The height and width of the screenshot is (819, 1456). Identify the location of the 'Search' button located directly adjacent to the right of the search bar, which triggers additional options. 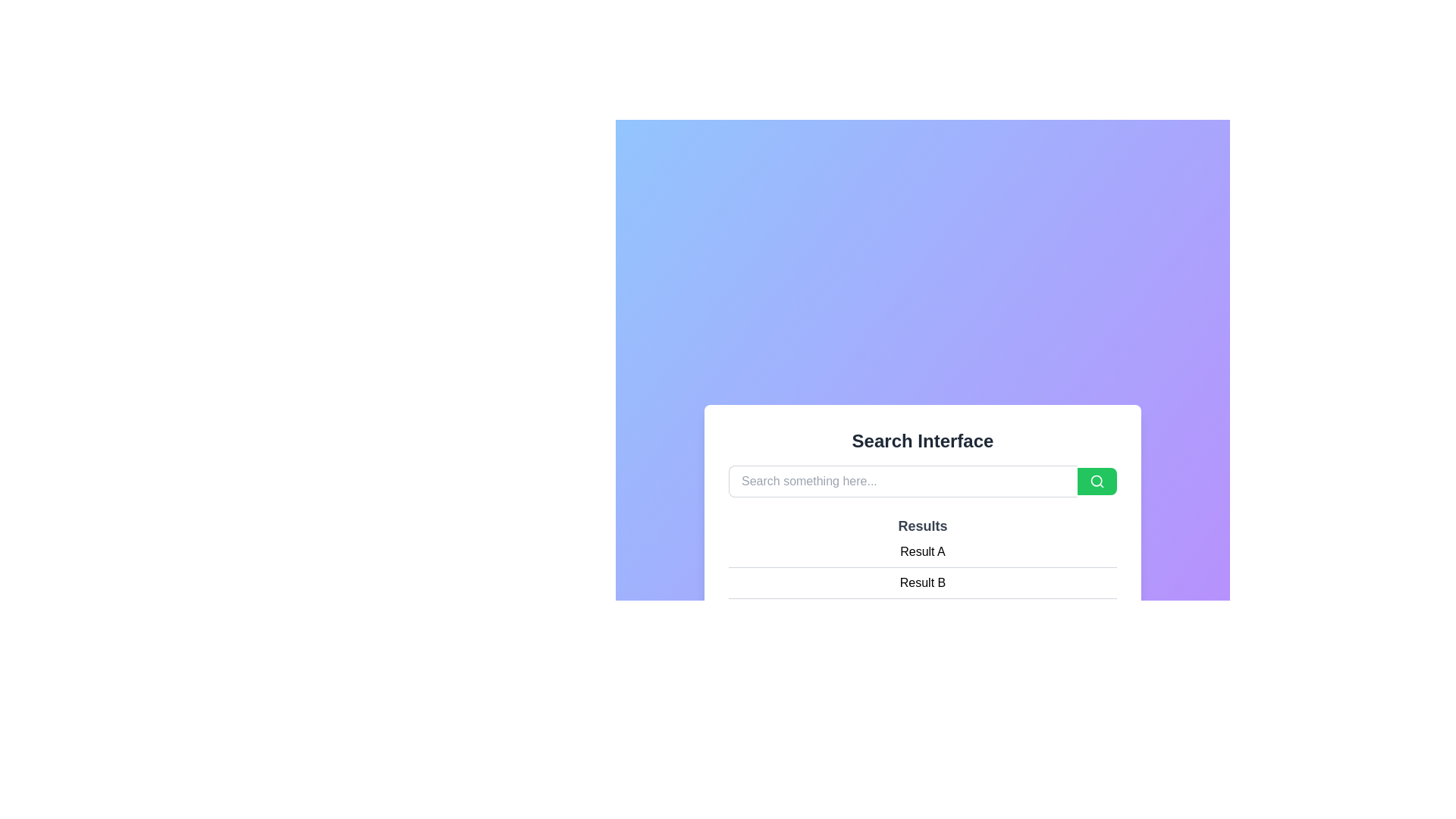
(1097, 482).